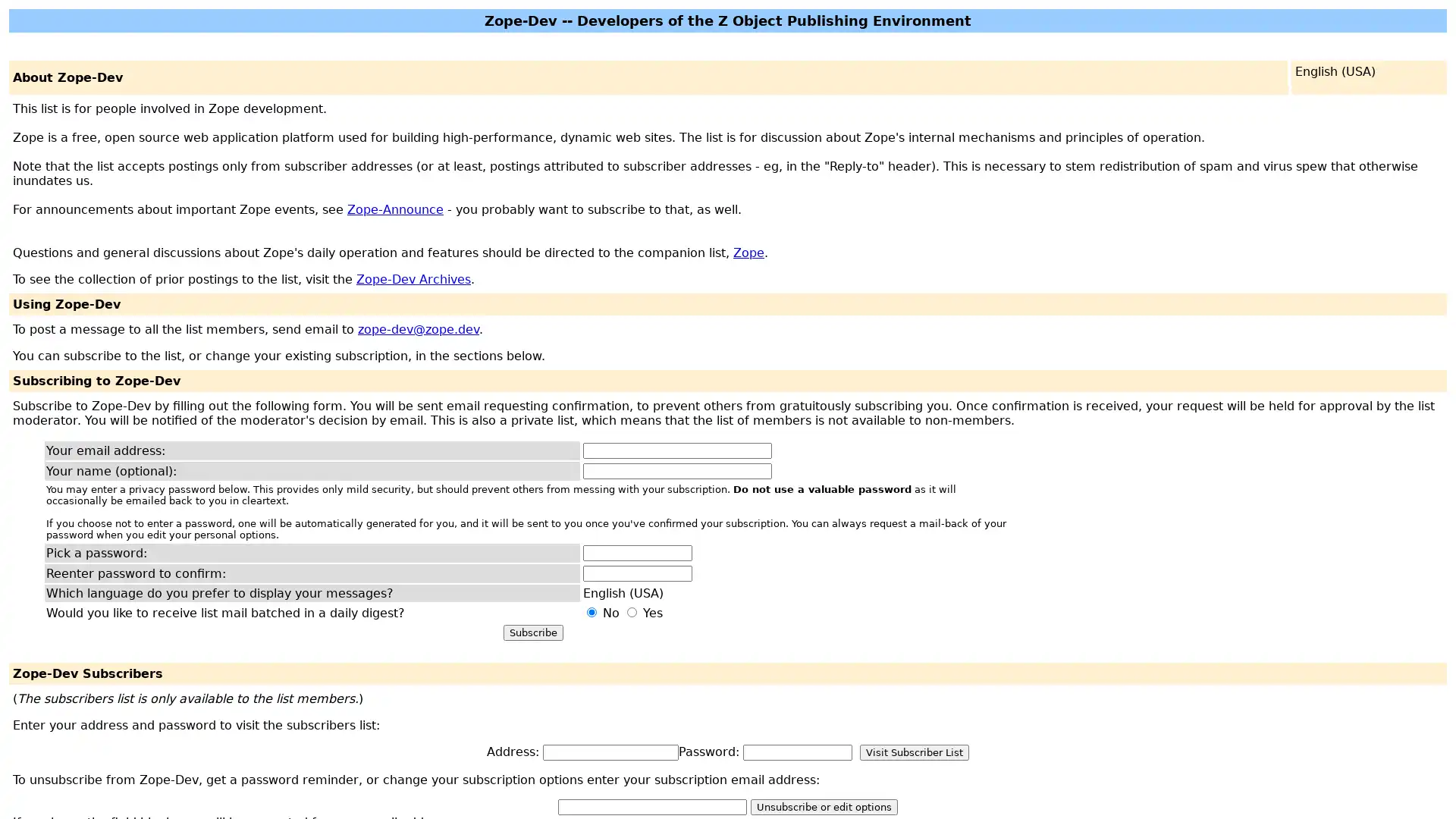 This screenshot has height=819, width=1456. What do you see at coordinates (532, 632) in the screenshot?
I see `Subscribe` at bounding box center [532, 632].